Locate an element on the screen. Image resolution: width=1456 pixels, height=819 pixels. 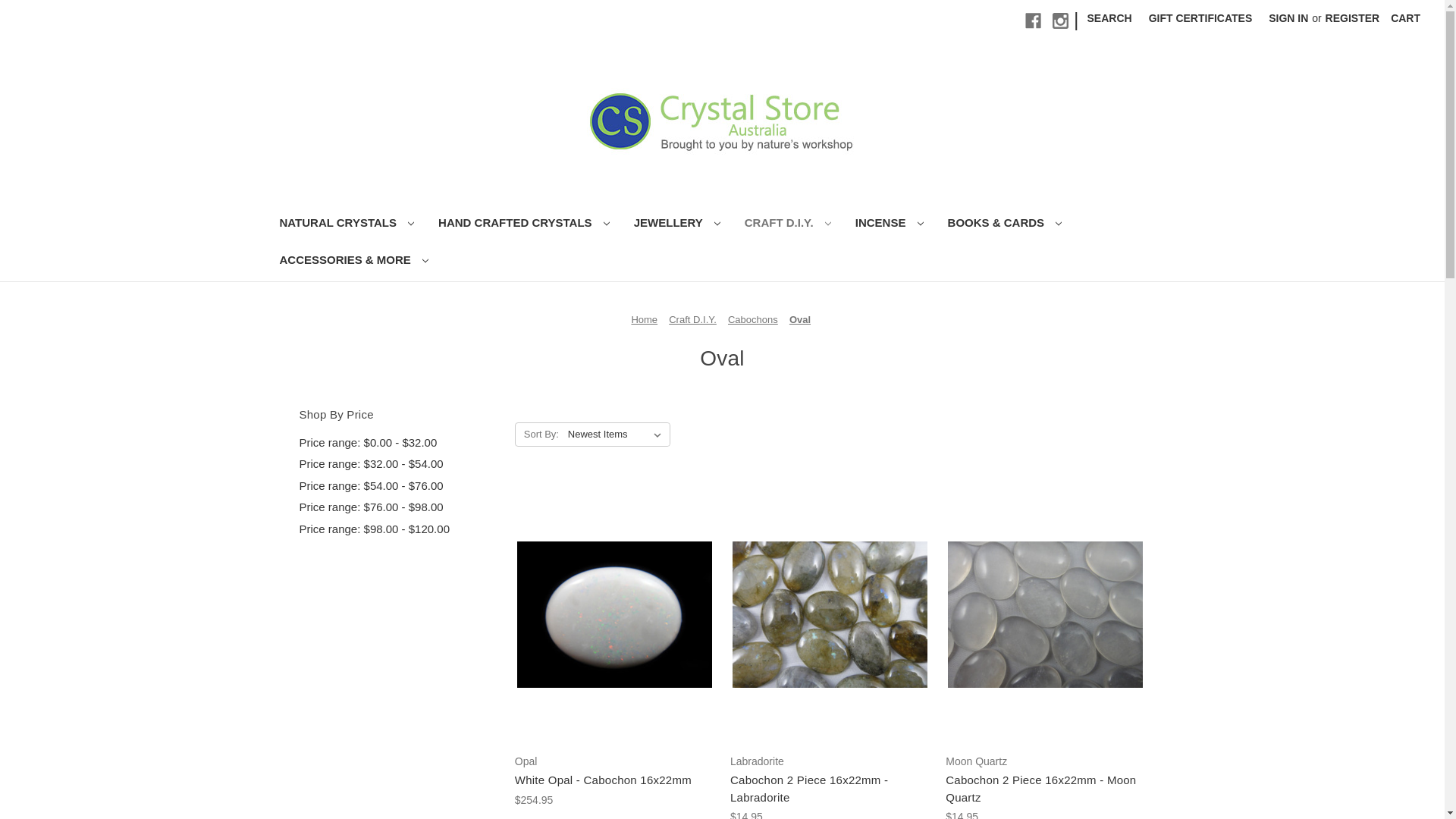
'Price range: $76.00 - $98.00' is located at coordinates (398, 507).